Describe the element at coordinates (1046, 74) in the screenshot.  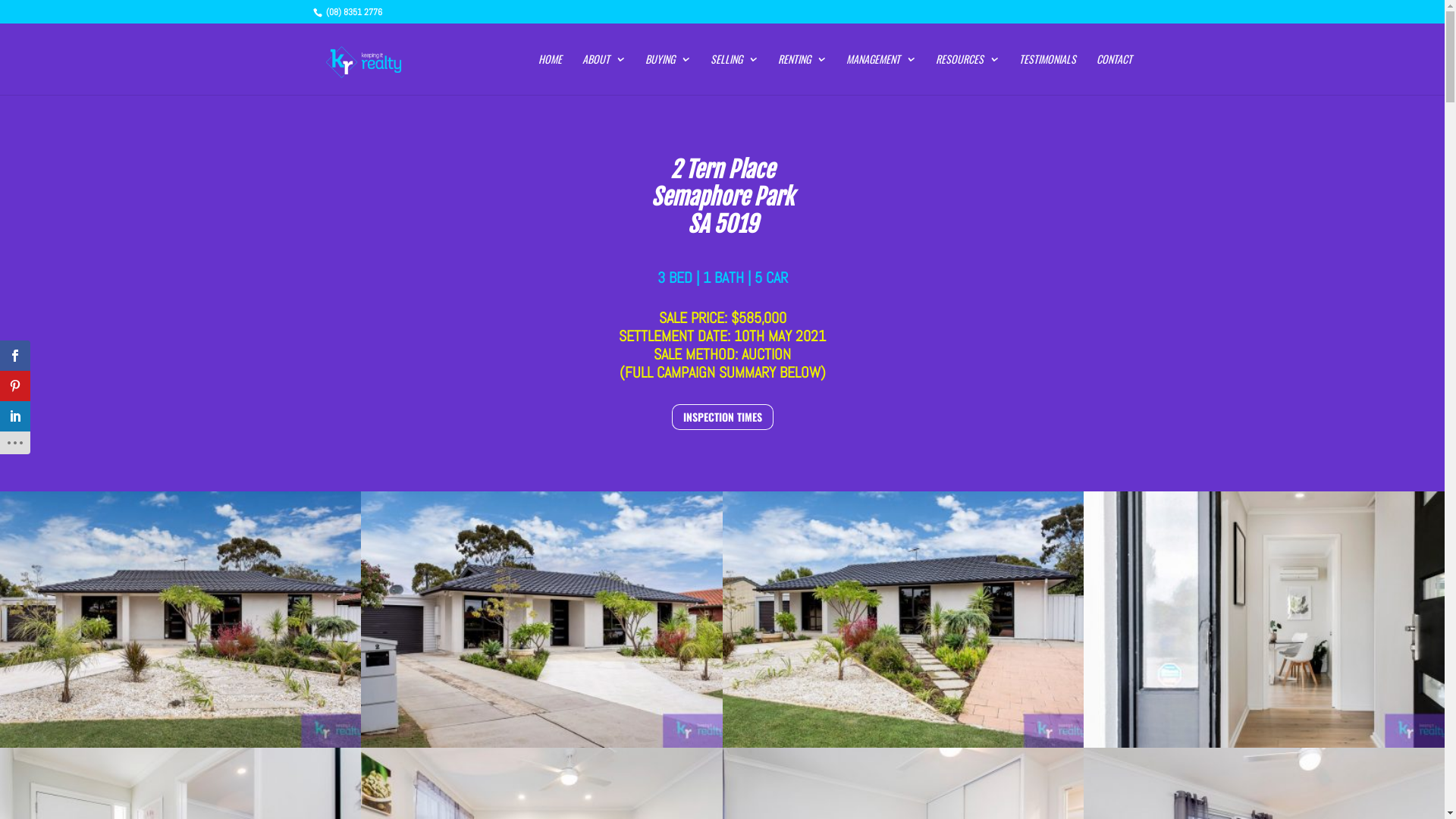
I see `'TESTIMONIALS'` at that location.